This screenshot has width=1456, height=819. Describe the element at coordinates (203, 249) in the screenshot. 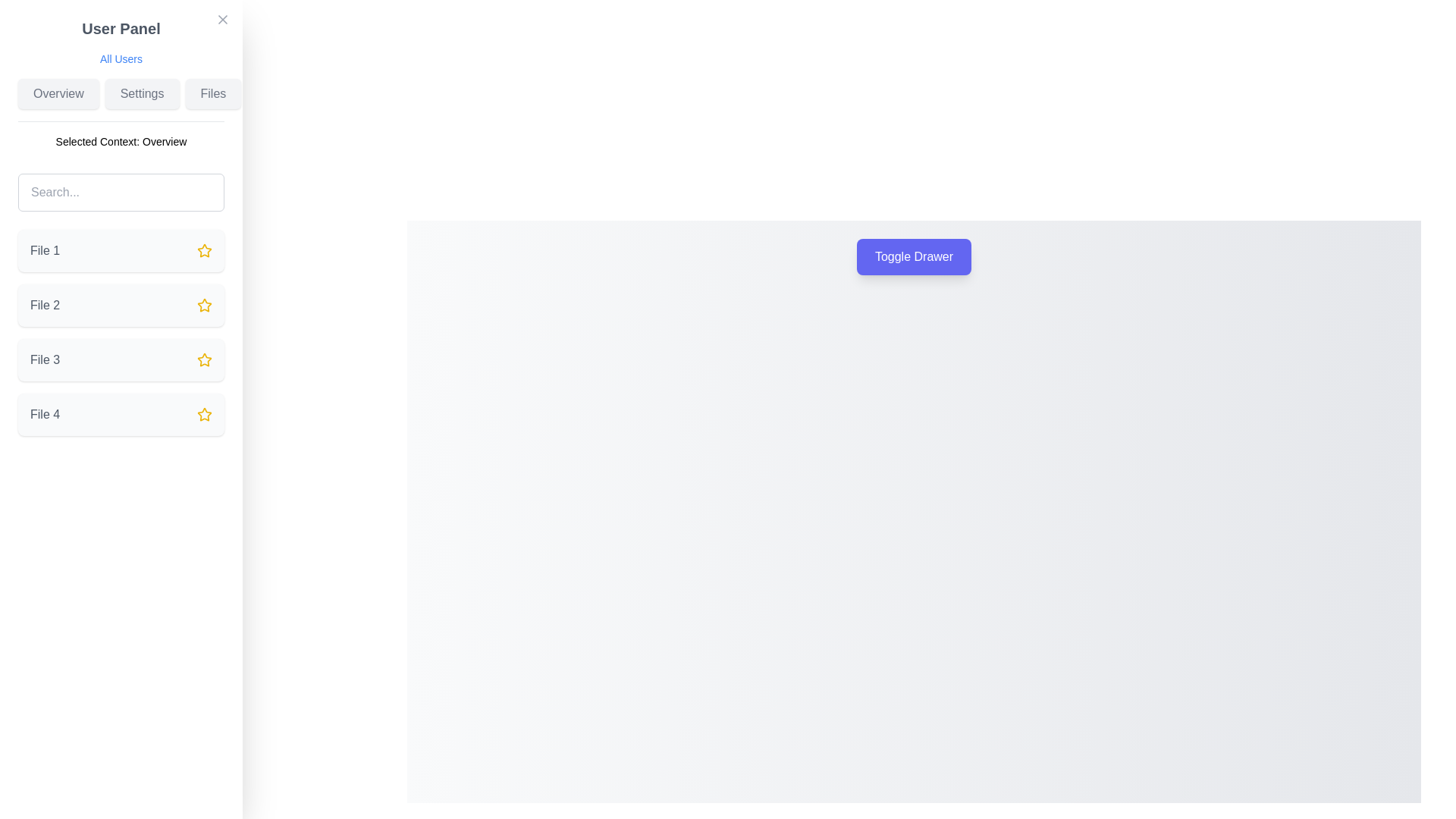

I see `the star icon button marked as favorite next to 'File 1' on the left-hand side of the interface` at that location.